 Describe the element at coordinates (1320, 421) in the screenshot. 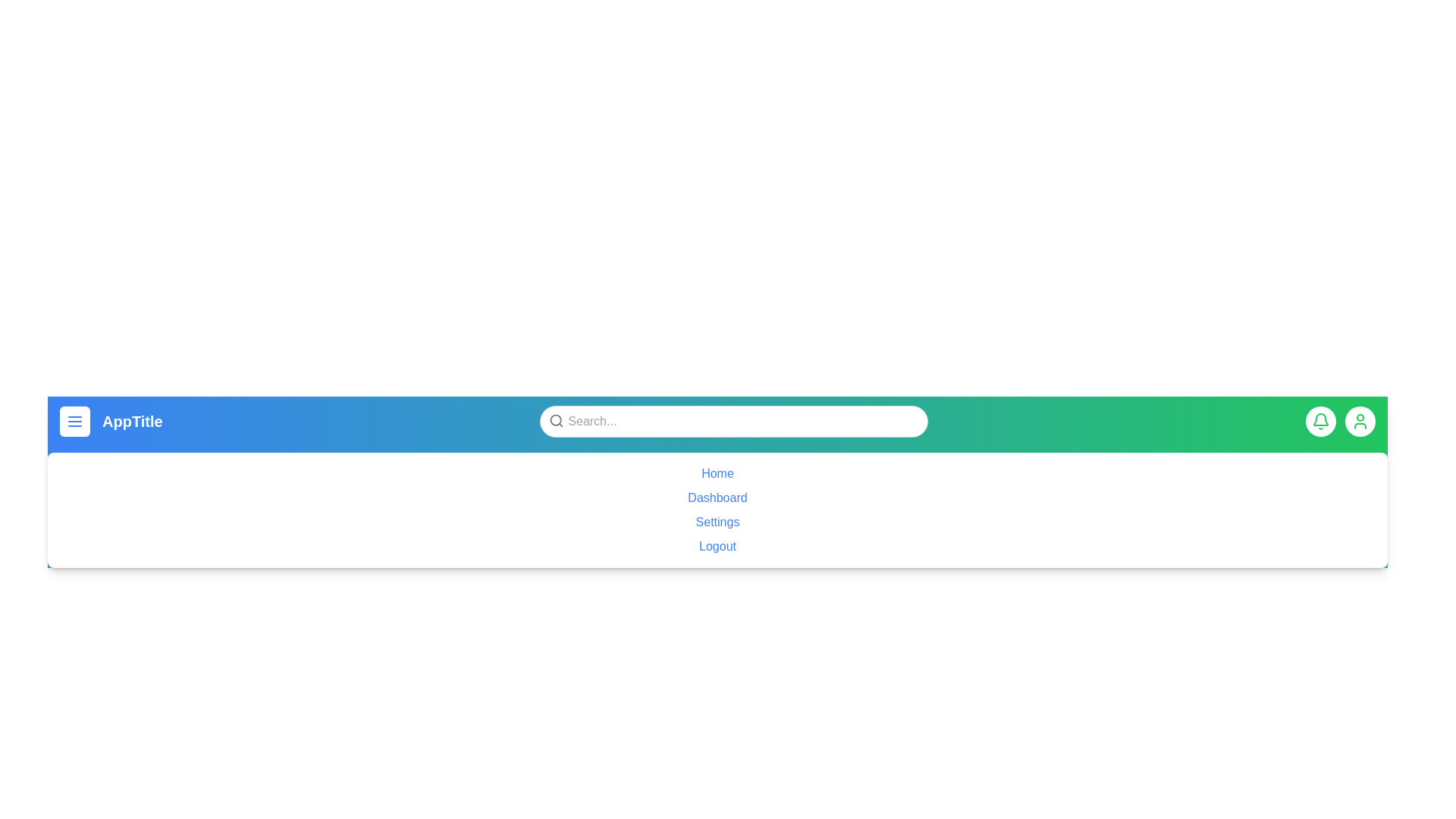

I see `the bell icon to access notifications` at that location.